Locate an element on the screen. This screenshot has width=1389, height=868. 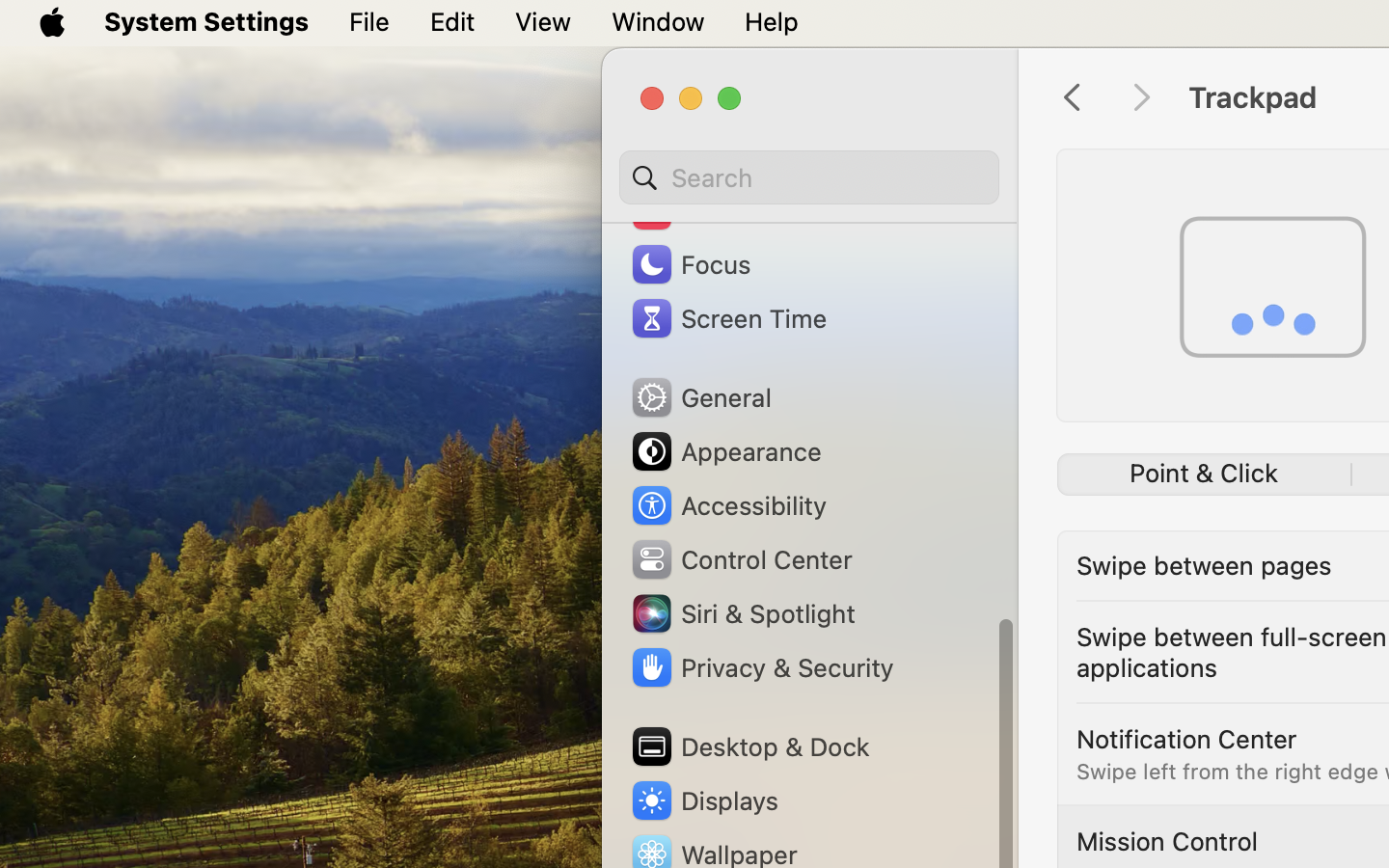
'Focus' is located at coordinates (689, 262).